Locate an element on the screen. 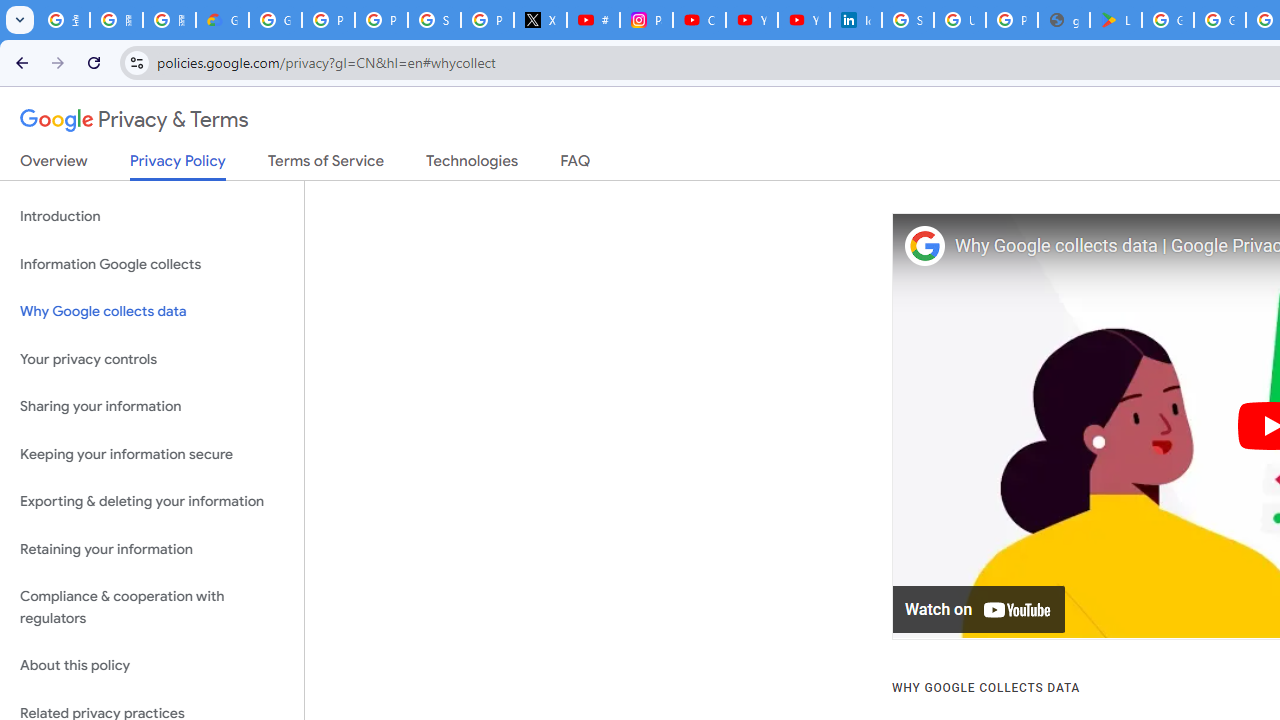 The image size is (1280, 720). 'Compliance & cooperation with regulators' is located at coordinates (151, 607).